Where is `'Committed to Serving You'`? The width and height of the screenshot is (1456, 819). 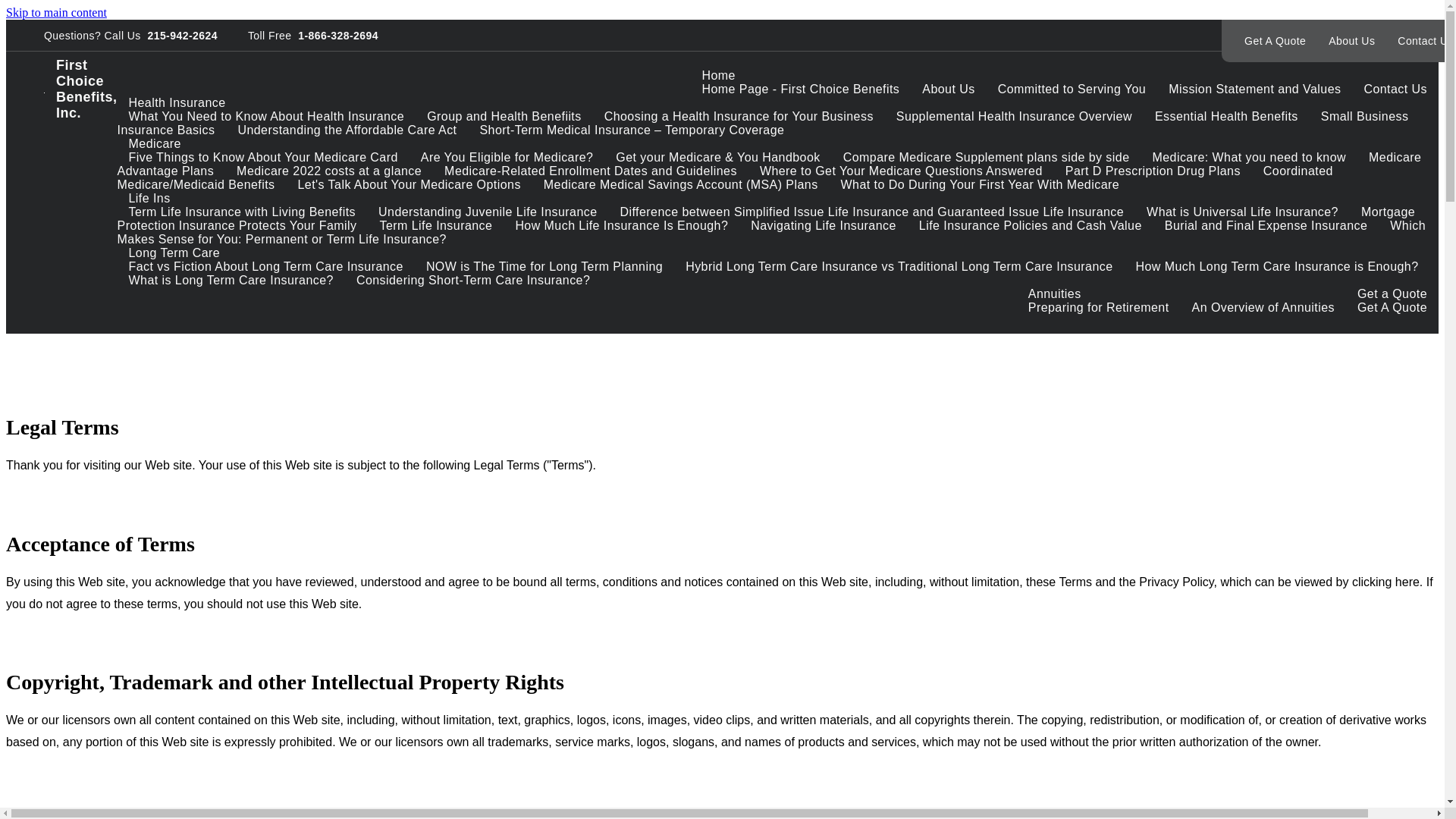 'Committed to Serving You' is located at coordinates (1072, 89).